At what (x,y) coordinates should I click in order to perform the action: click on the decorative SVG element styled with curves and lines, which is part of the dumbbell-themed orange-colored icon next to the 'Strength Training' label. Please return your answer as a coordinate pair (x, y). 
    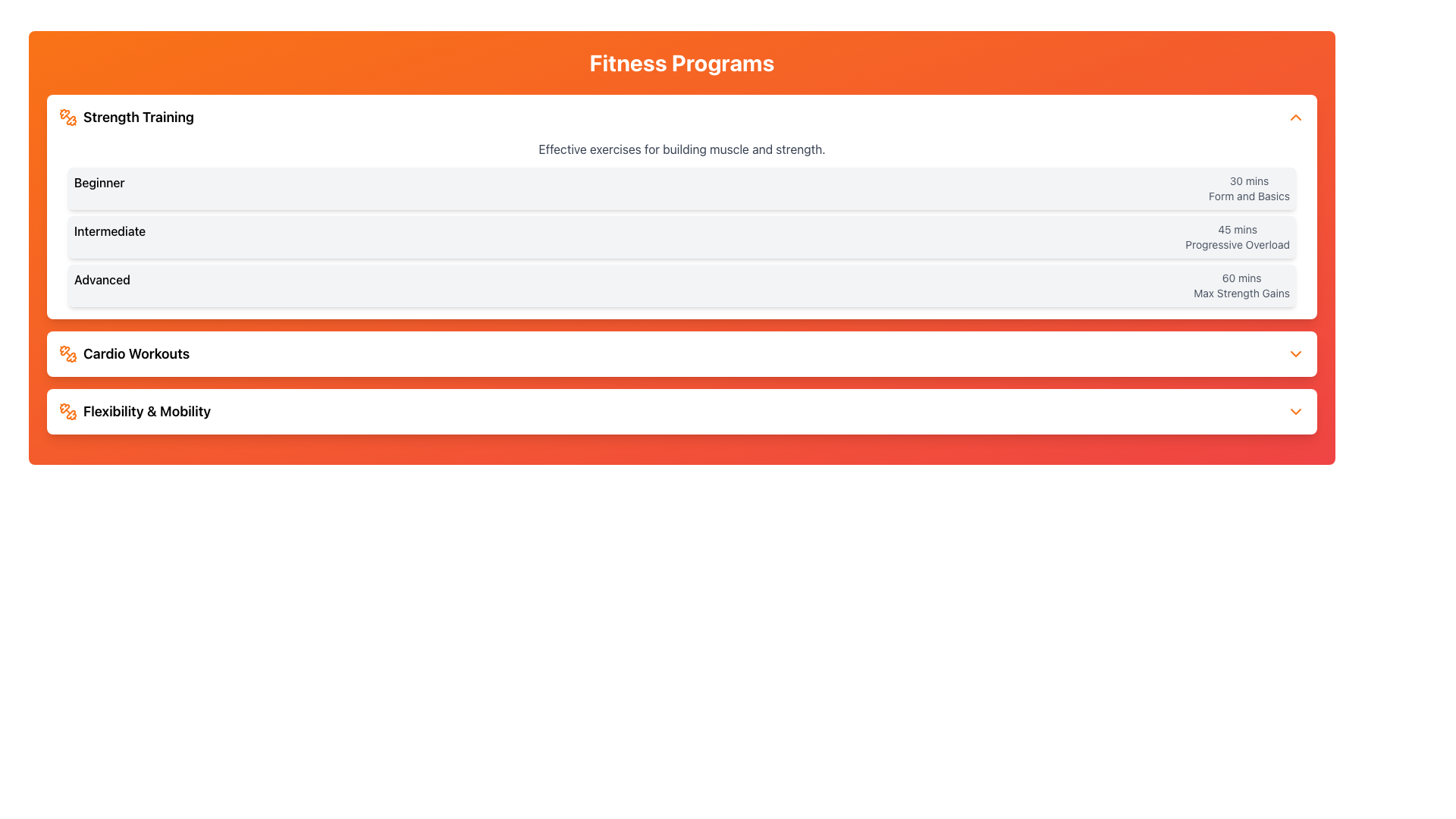
    Looking at the image, I should click on (64, 407).